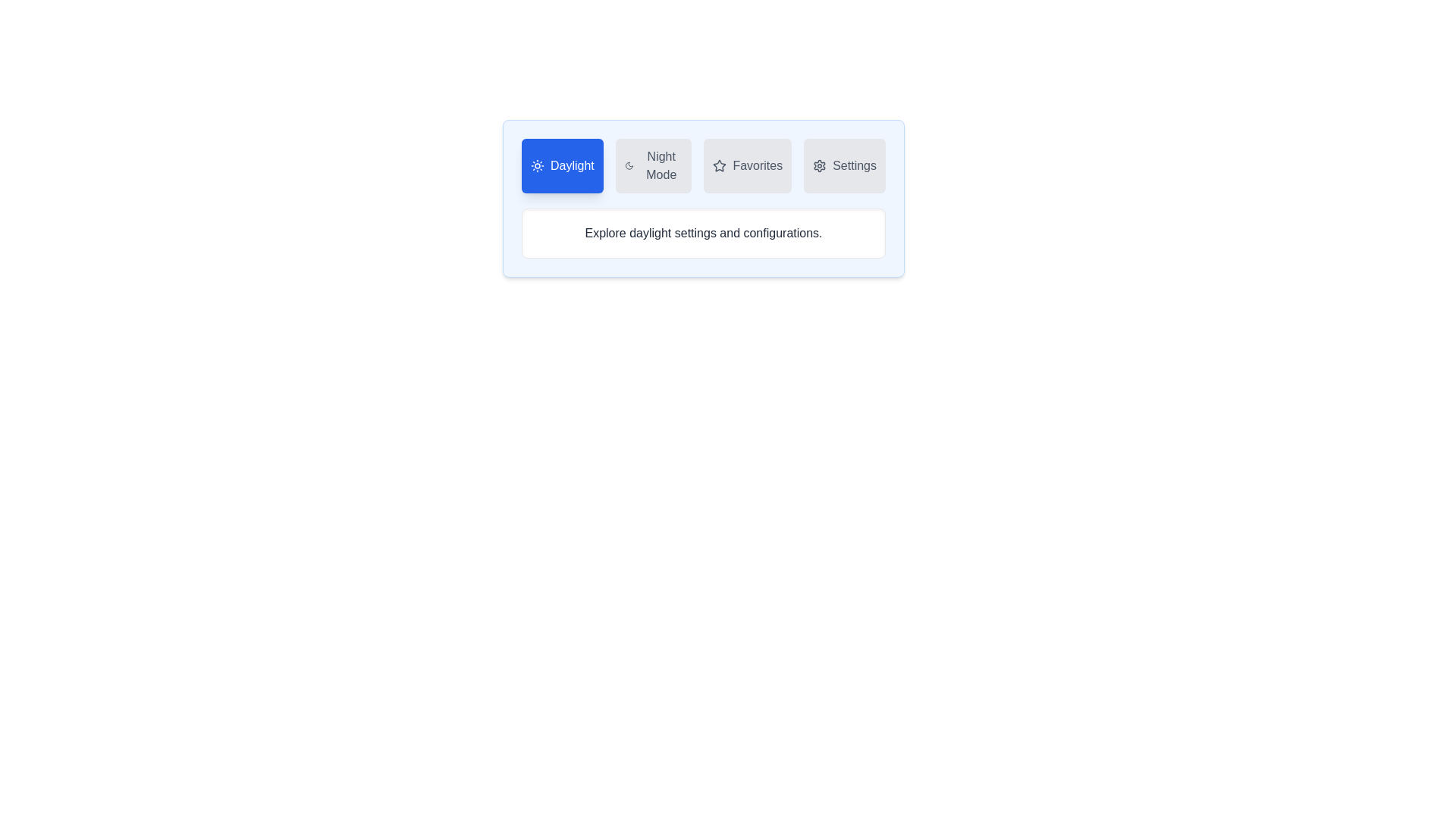 The image size is (1456, 819). What do you see at coordinates (748, 166) in the screenshot?
I see `the Favorites tab to observe hover effects` at bounding box center [748, 166].